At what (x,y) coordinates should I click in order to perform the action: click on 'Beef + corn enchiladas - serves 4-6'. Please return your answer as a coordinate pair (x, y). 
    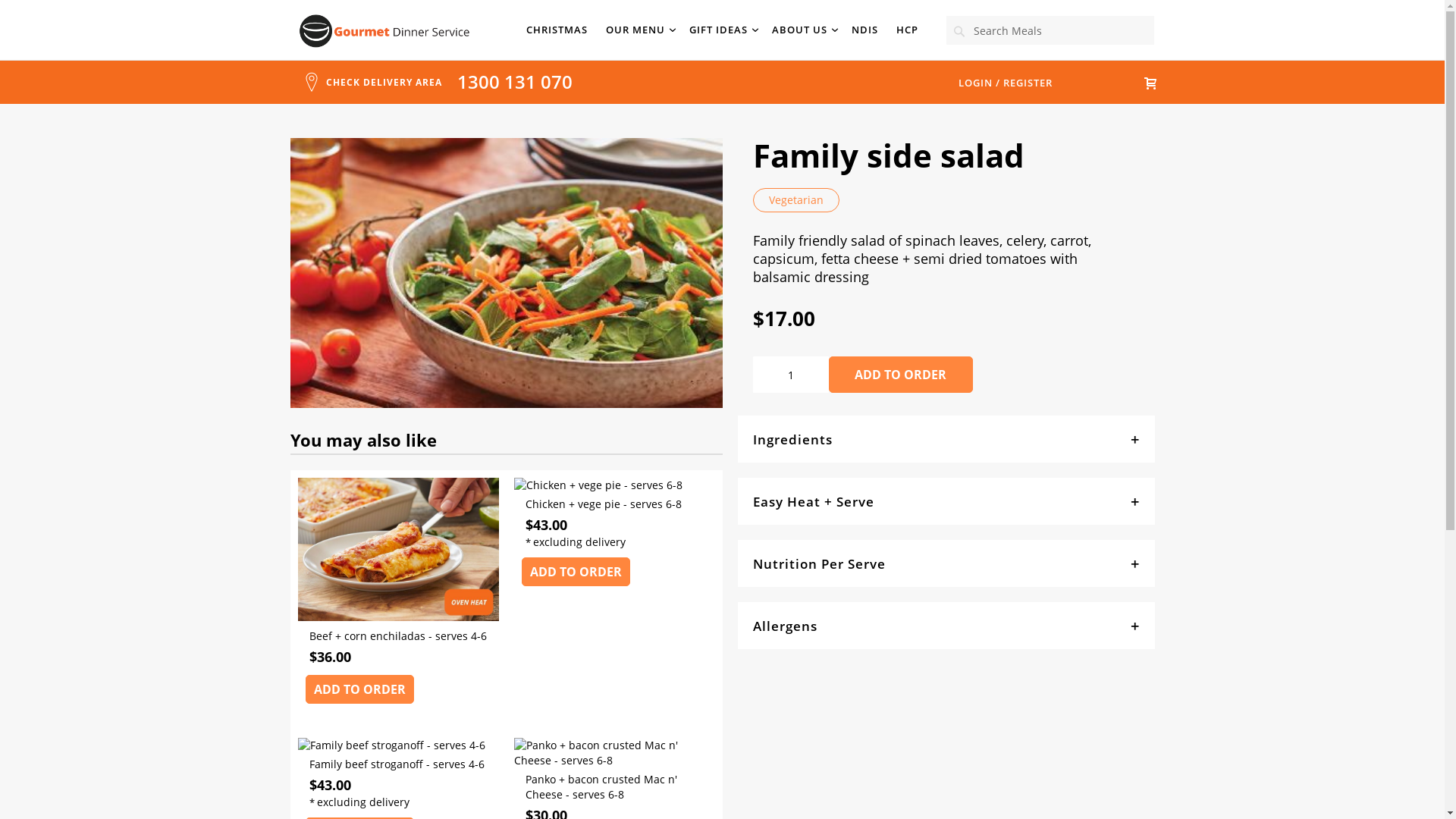
    Looking at the image, I should click on (397, 617).